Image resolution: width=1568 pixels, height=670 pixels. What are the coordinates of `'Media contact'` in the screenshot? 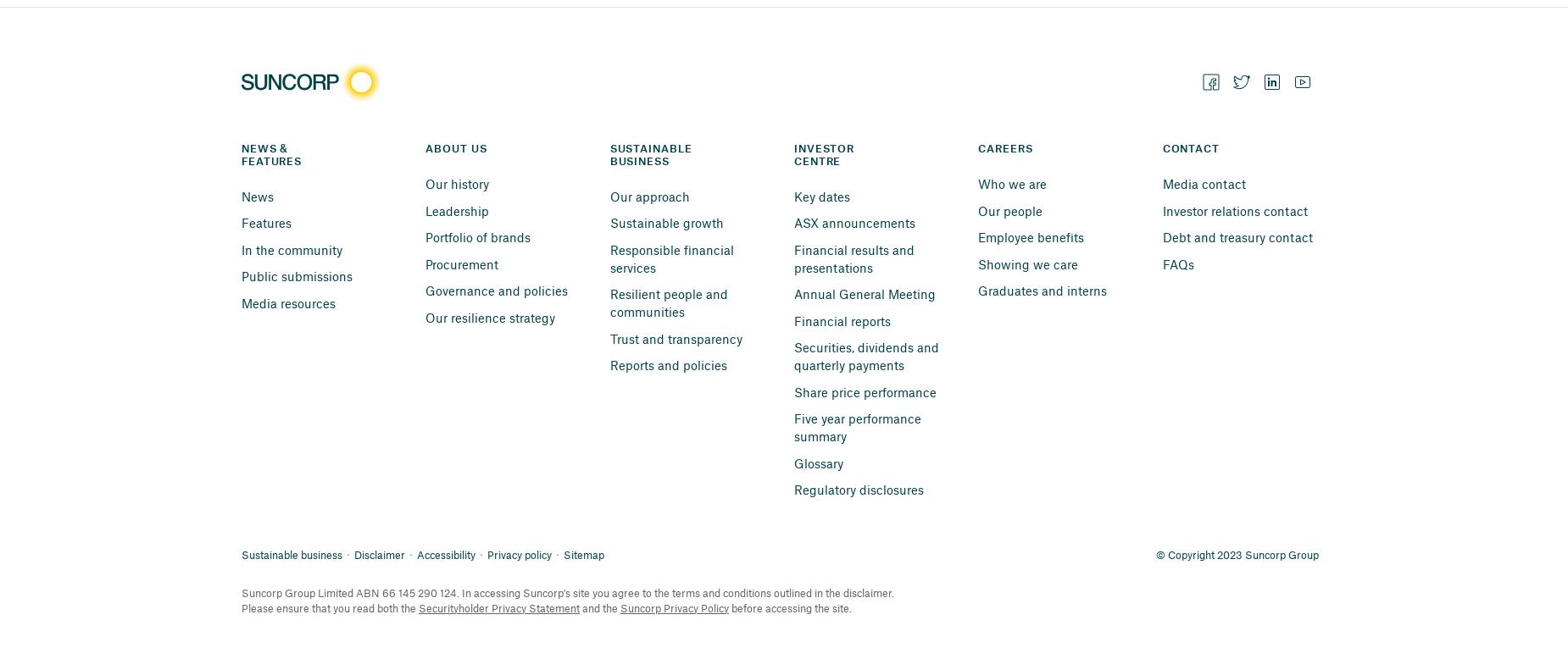 It's located at (1204, 183).